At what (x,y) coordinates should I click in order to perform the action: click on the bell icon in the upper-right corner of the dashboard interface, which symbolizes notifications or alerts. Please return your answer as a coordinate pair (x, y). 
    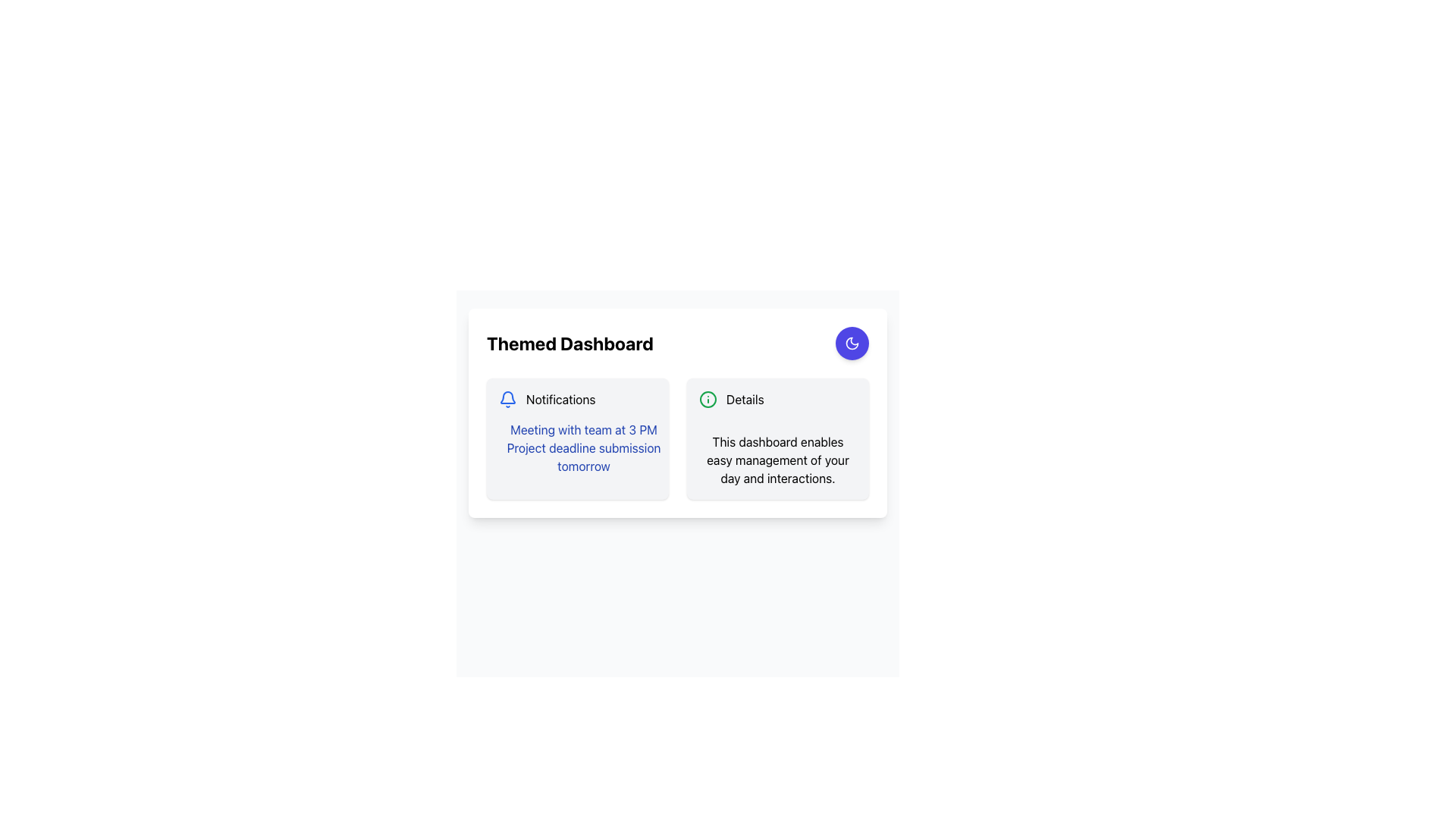
    Looking at the image, I should click on (508, 397).